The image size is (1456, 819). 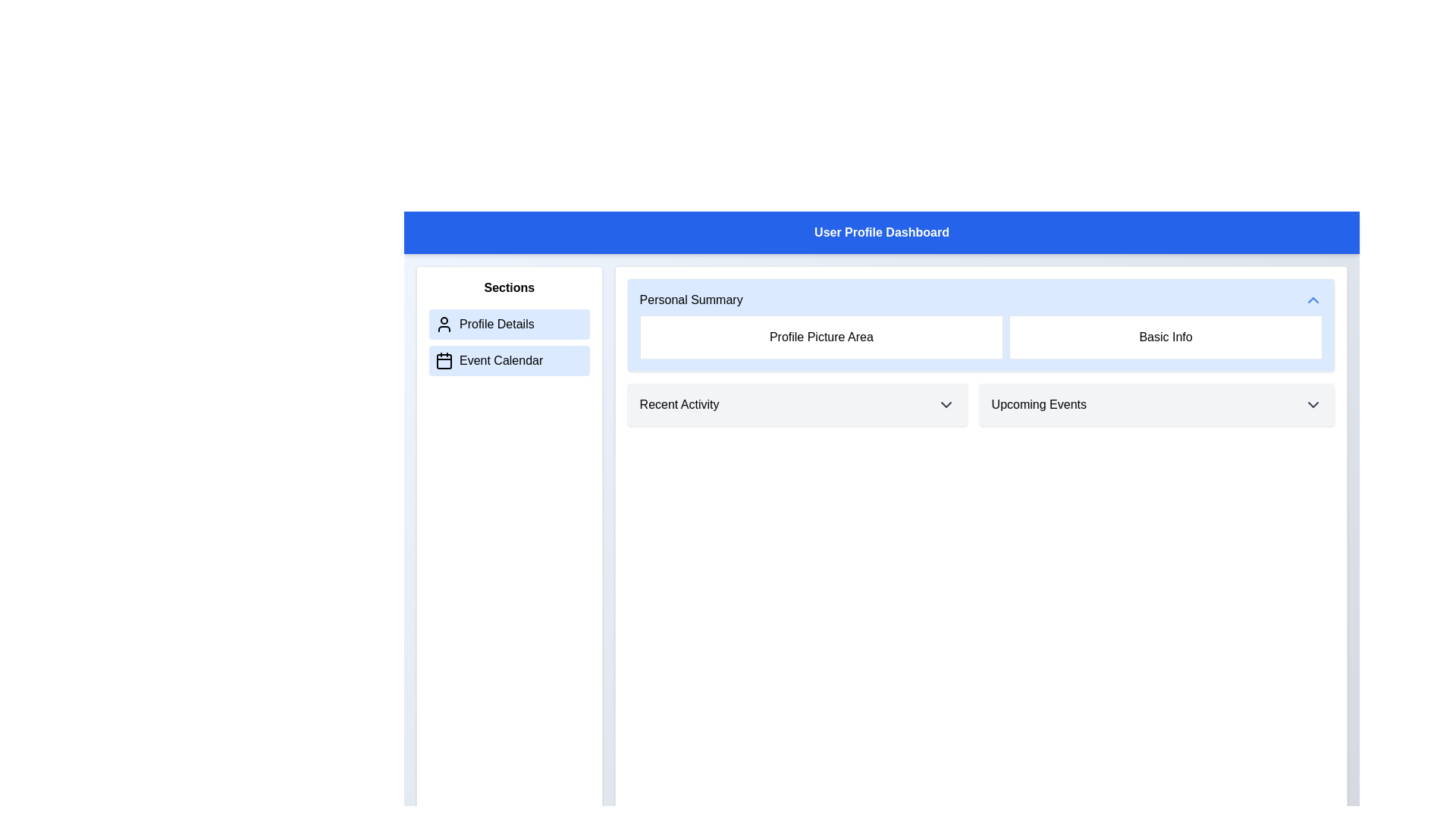 What do you see at coordinates (981, 403) in the screenshot?
I see `the Tab navigation component located under the 'Profile Picture Area'` at bounding box center [981, 403].